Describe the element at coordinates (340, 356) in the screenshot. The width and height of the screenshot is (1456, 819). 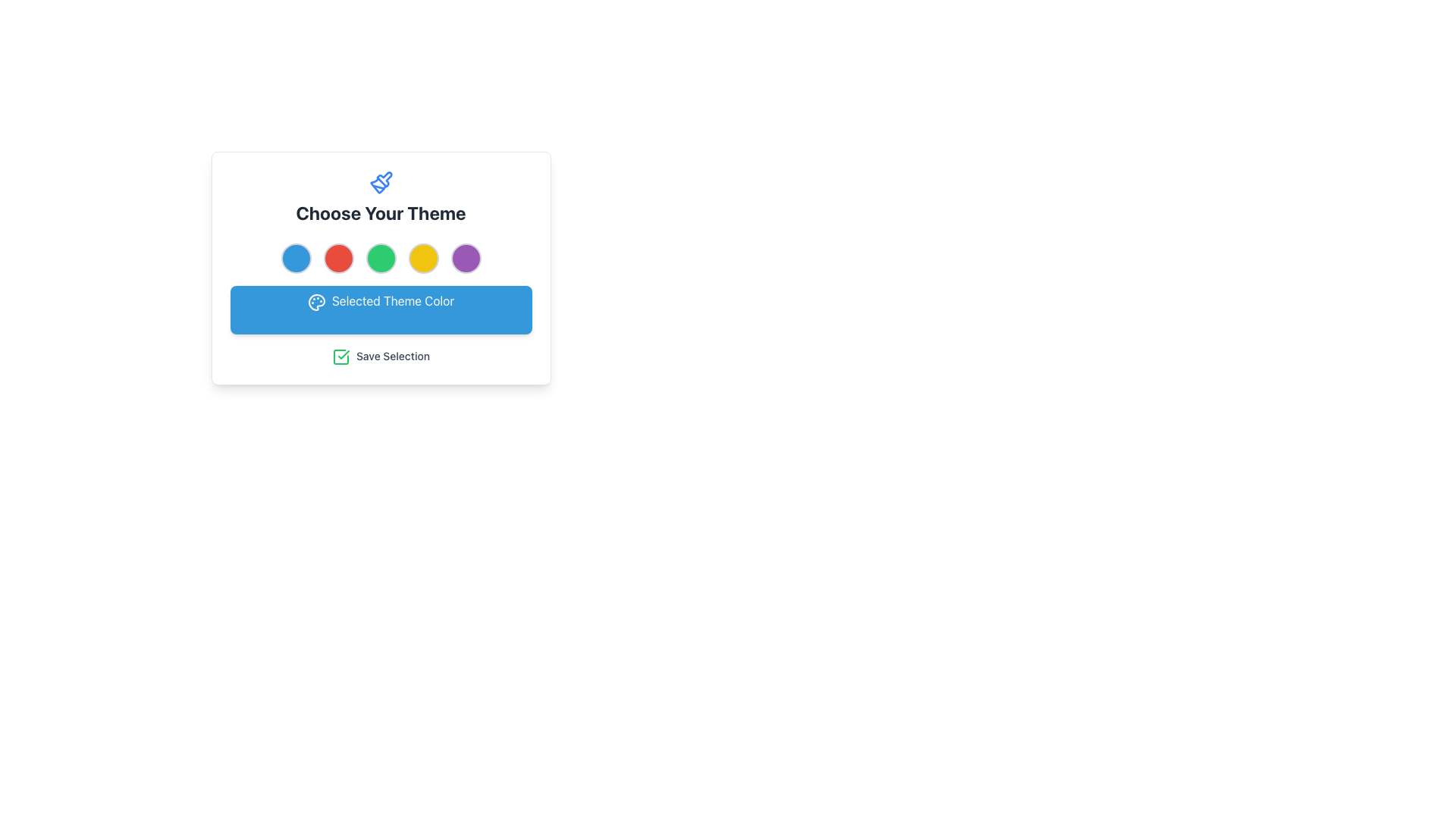
I see `the confirmation icon representing the 'Save Selection' functionality, which is located to the left of the text 'Save Selection' at the bottom of the user interface card` at that location.